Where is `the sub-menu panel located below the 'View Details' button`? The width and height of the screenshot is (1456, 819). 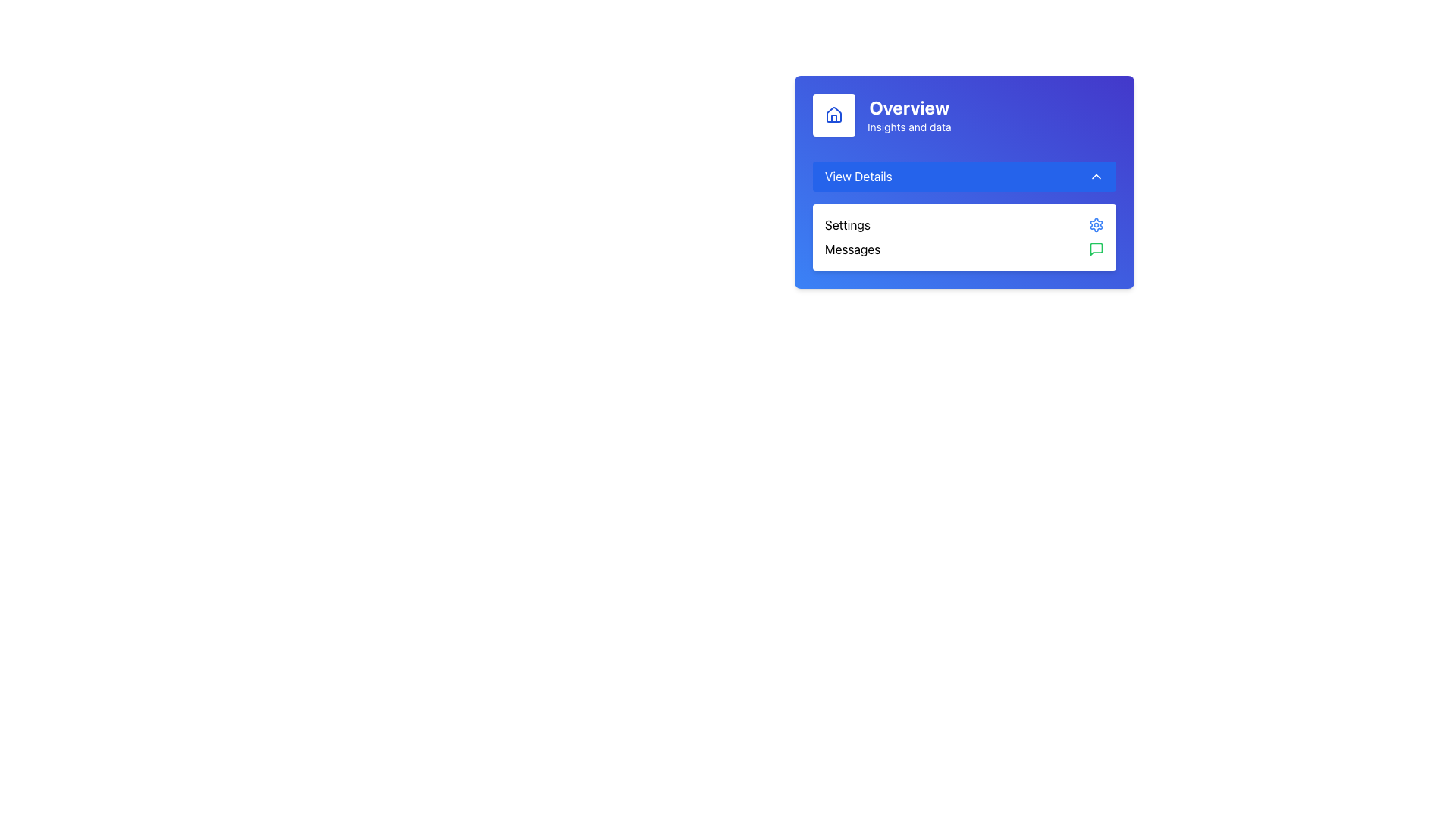
the sub-menu panel located below the 'View Details' button is located at coordinates (964, 209).